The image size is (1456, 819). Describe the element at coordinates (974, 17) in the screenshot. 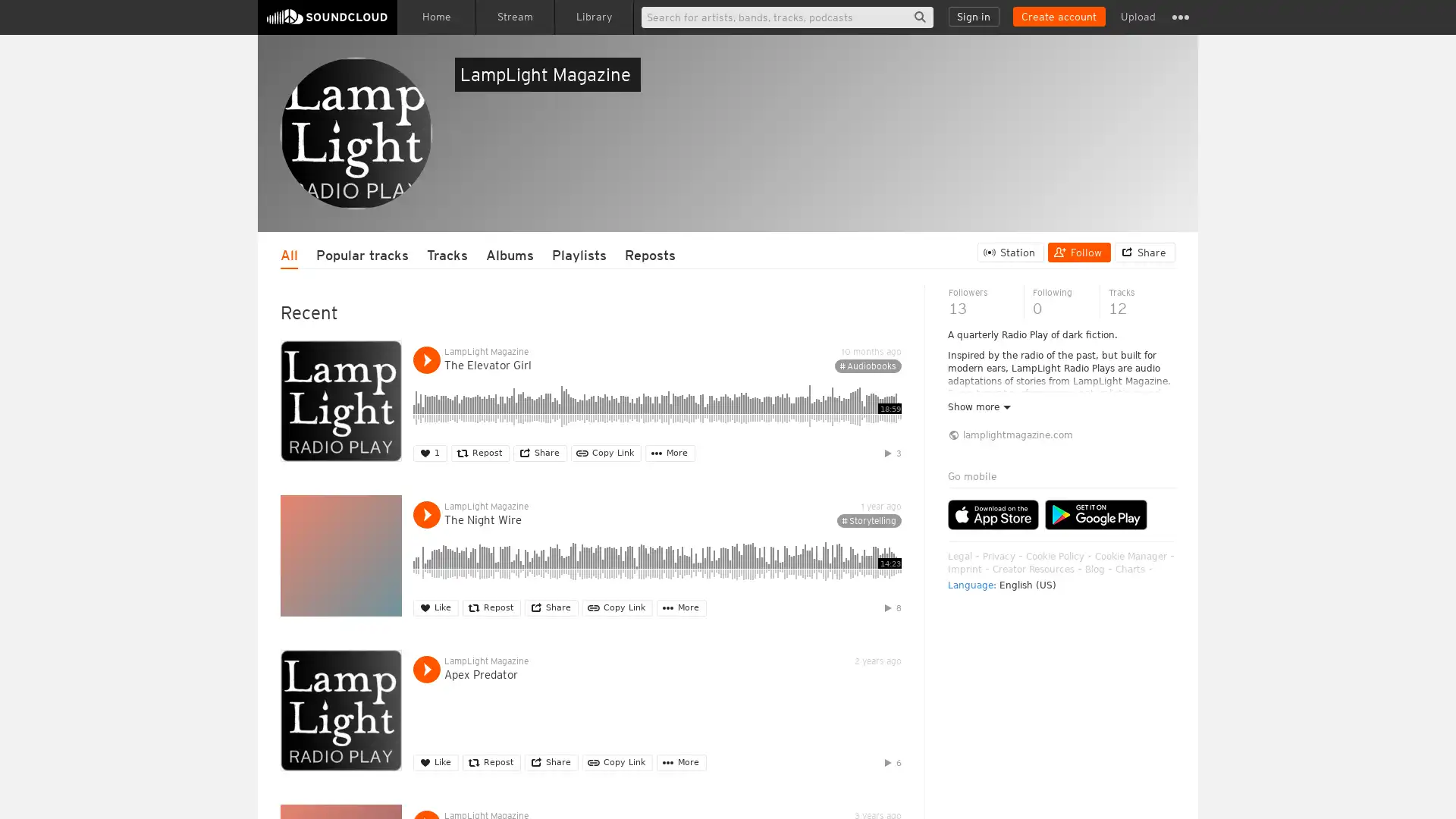

I see `Sign in` at that location.